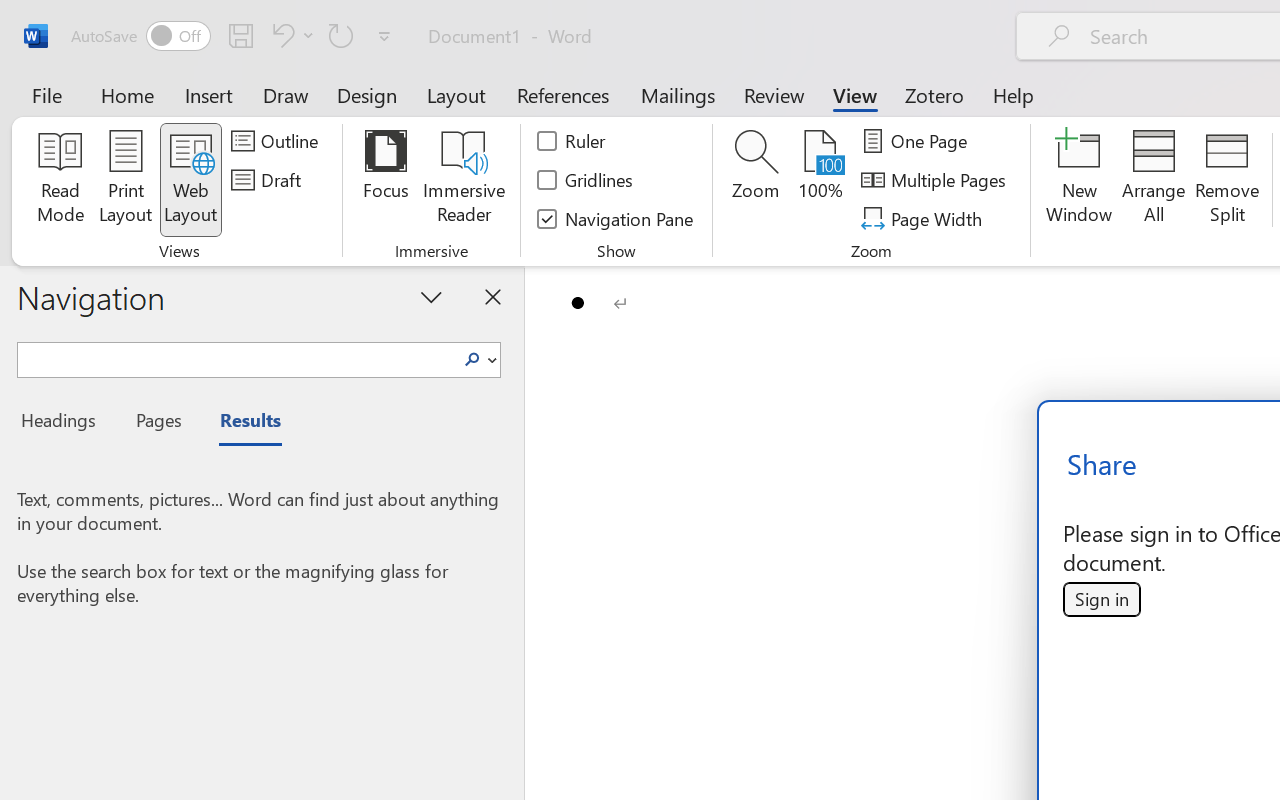 The height and width of the screenshot is (800, 1280). Describe the element at coordinates (237, 357) in the screenshot. I see `'Search document'` at that location.